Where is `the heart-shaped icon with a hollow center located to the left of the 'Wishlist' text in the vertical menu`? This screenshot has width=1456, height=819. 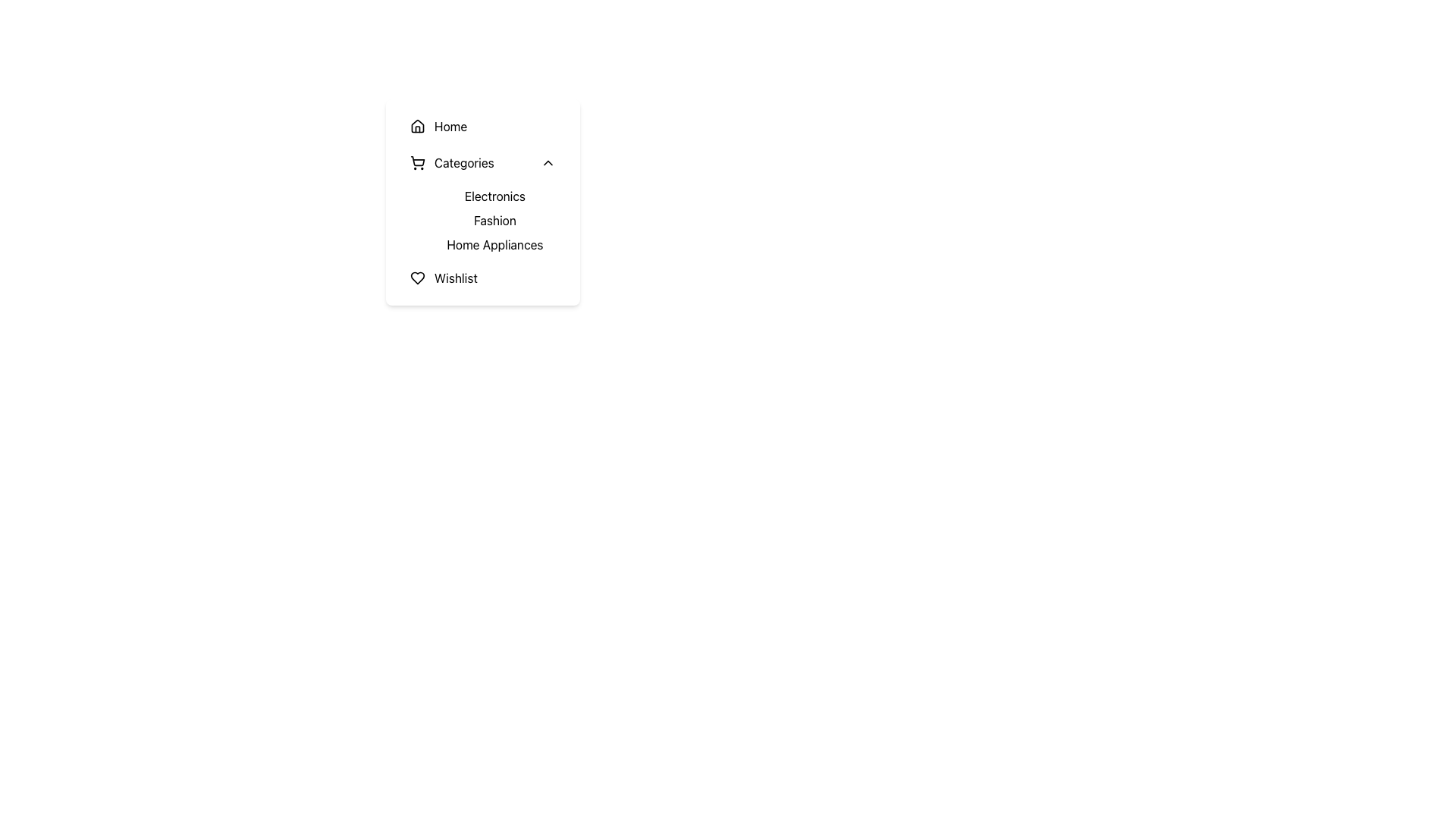 the heart-shaped icon with a hollow center located to the left of the 'Wishlist' text in the vertical menu is located at coordinates (418, 278).